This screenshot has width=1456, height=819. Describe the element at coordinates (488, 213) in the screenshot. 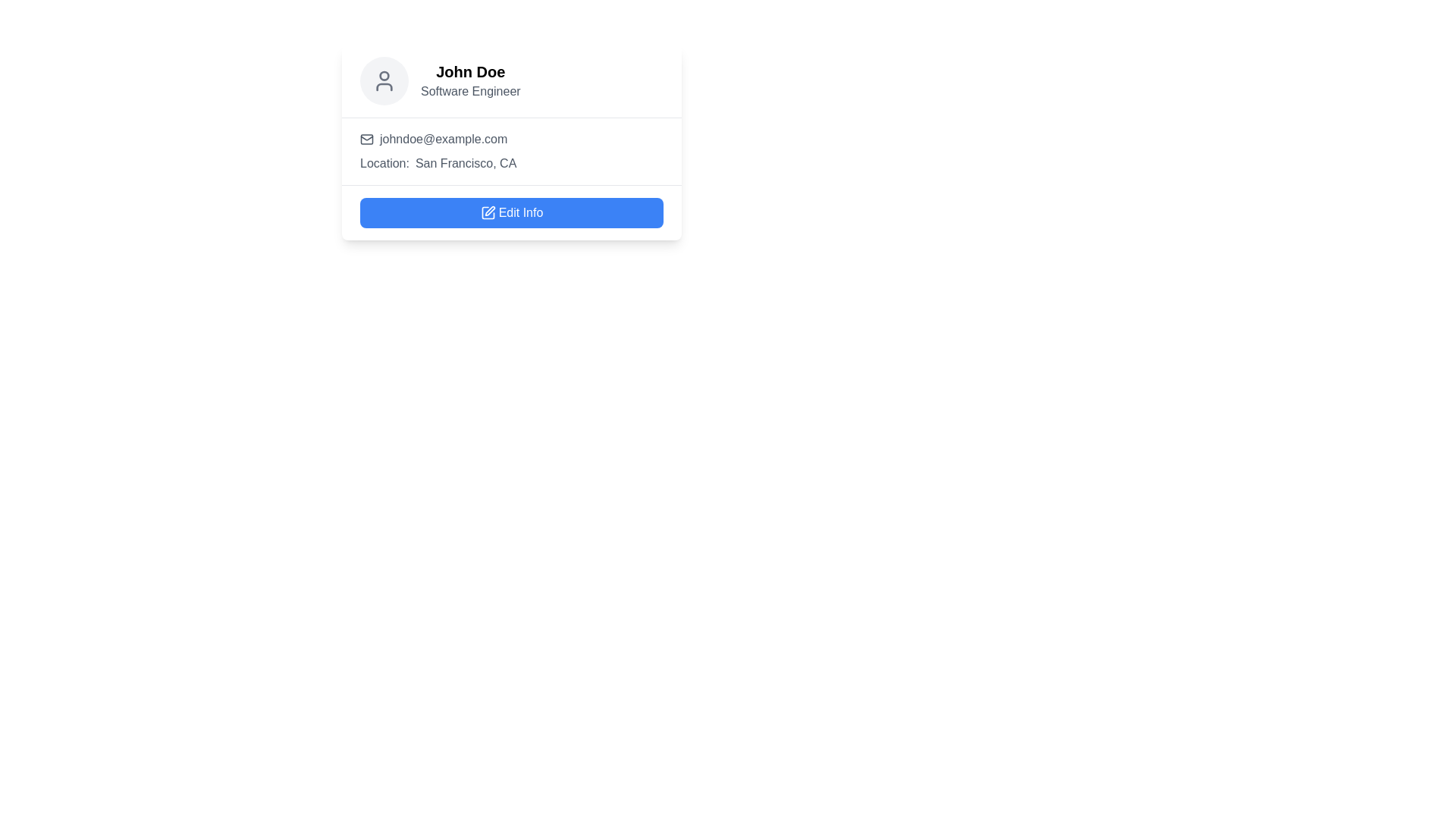

I see `the small square pen icon indicating the edit function, which is located to the left of the 'Edit Info' text within a blue button in the user profile section` at that location.